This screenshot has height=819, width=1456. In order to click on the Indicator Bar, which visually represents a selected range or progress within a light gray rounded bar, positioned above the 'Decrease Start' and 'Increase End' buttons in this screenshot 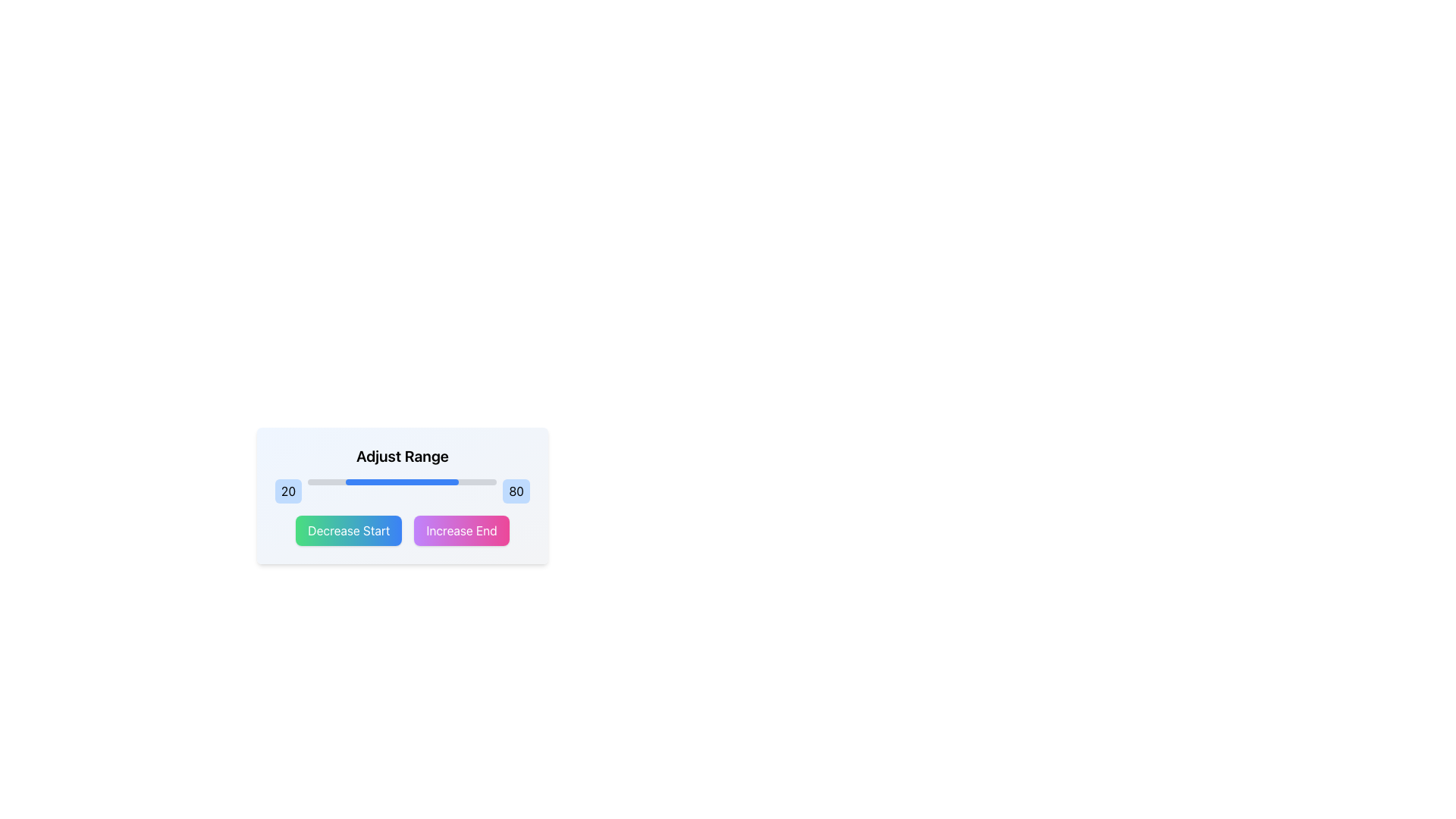, I will do `click(402, 482)`.